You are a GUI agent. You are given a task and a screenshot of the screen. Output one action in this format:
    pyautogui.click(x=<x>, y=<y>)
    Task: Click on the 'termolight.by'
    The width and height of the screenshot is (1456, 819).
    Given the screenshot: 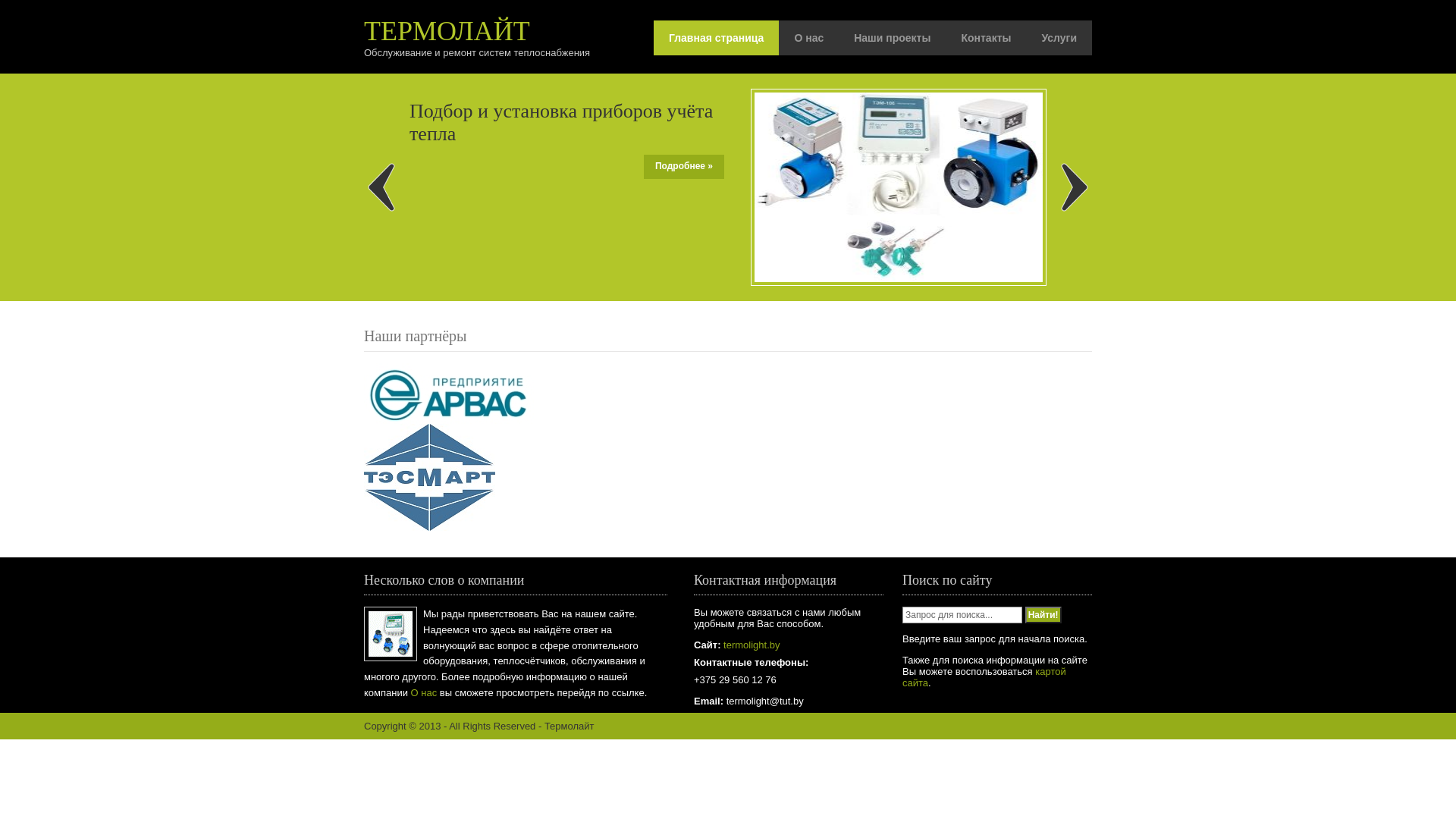 What is the action you would take?
    pyautogui.click(x=749, y=645)
    